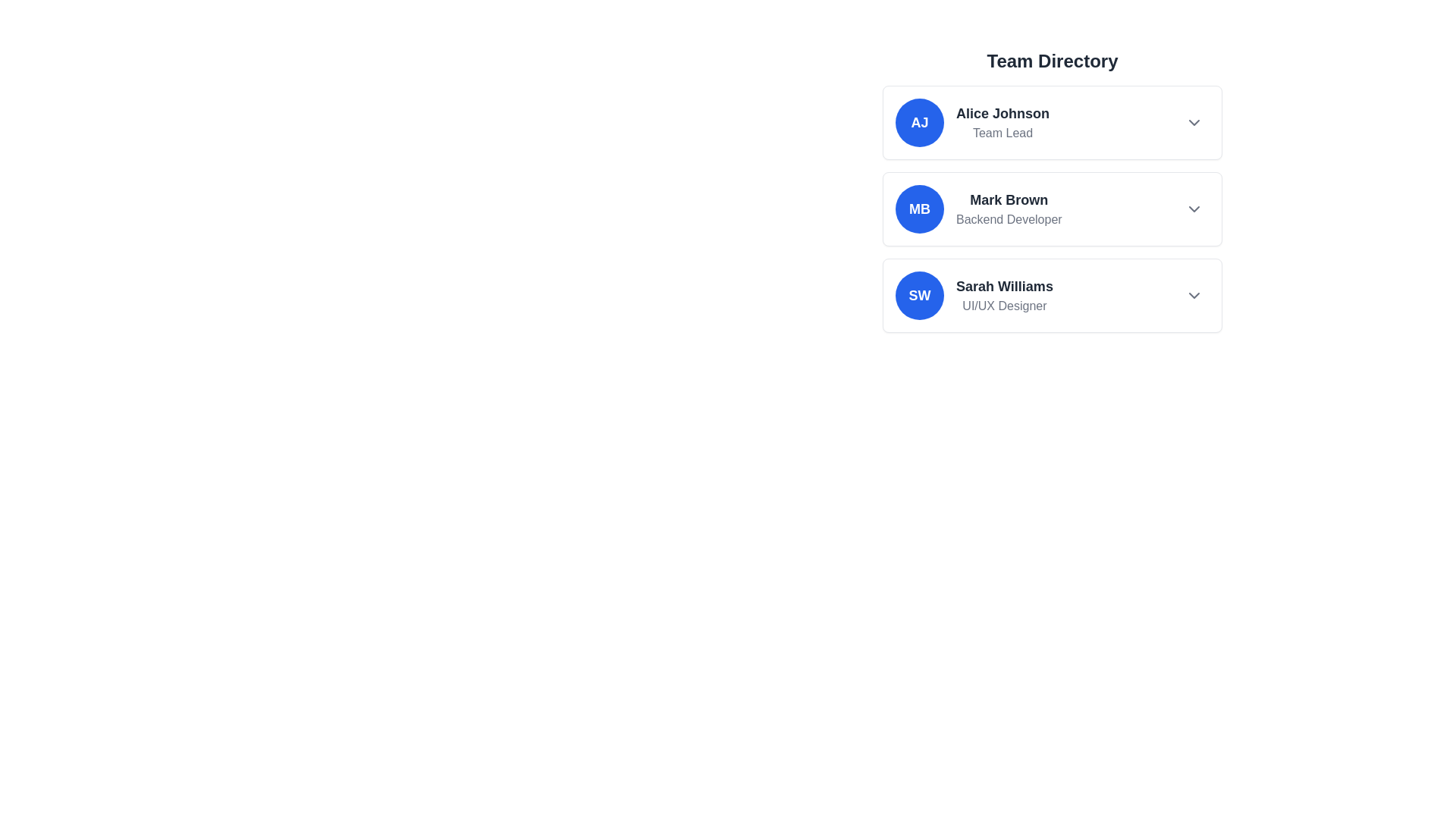  What do you see at coordinates (1003, 122) in the screenshot?
I see `text information block displaying 'Alice Johnson' and 'Team Lead', located in the top section of the list under 'Team Directory'` at bounding box center [1003, 122].